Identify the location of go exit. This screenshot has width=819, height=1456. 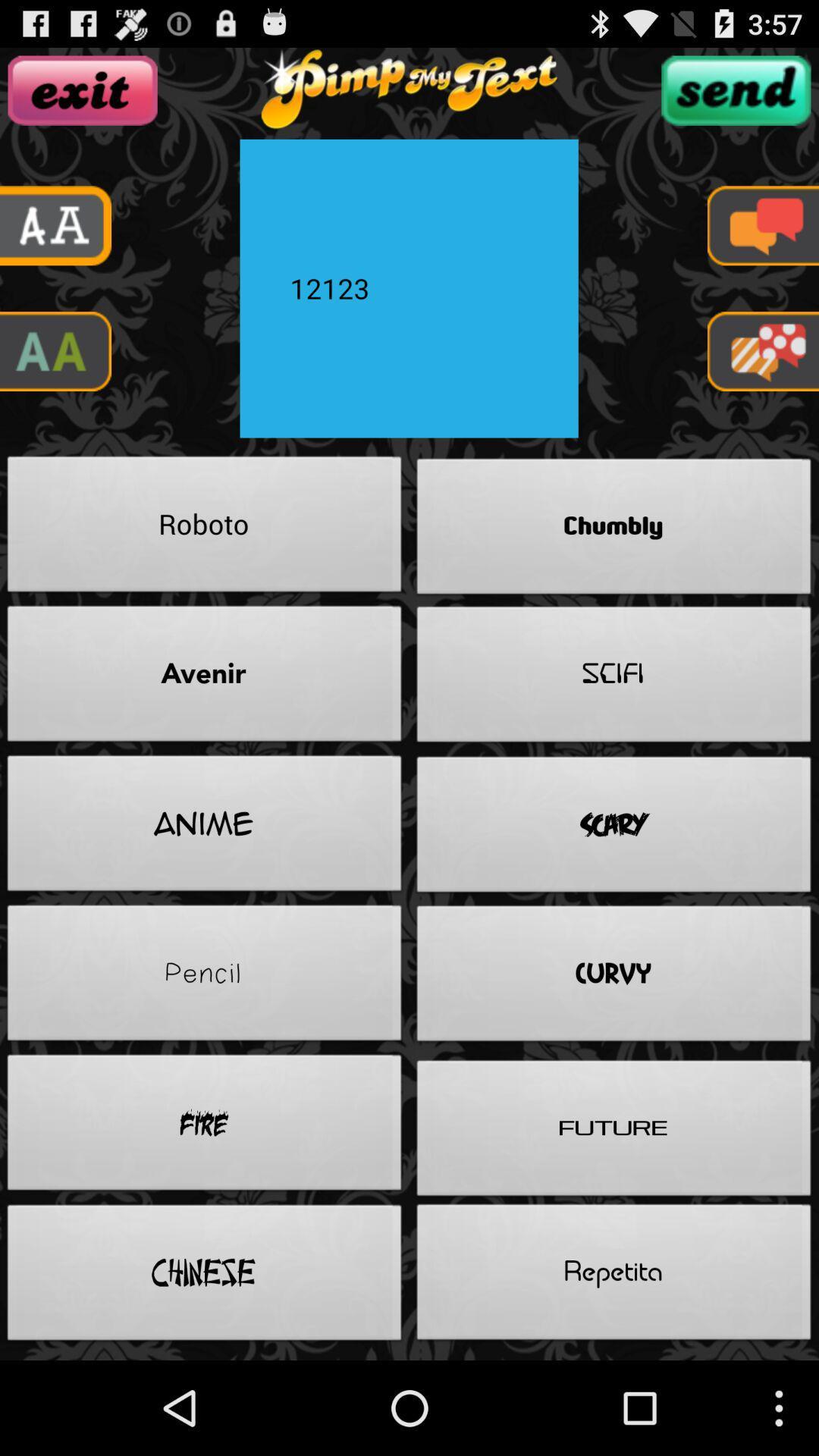
(83, 89).